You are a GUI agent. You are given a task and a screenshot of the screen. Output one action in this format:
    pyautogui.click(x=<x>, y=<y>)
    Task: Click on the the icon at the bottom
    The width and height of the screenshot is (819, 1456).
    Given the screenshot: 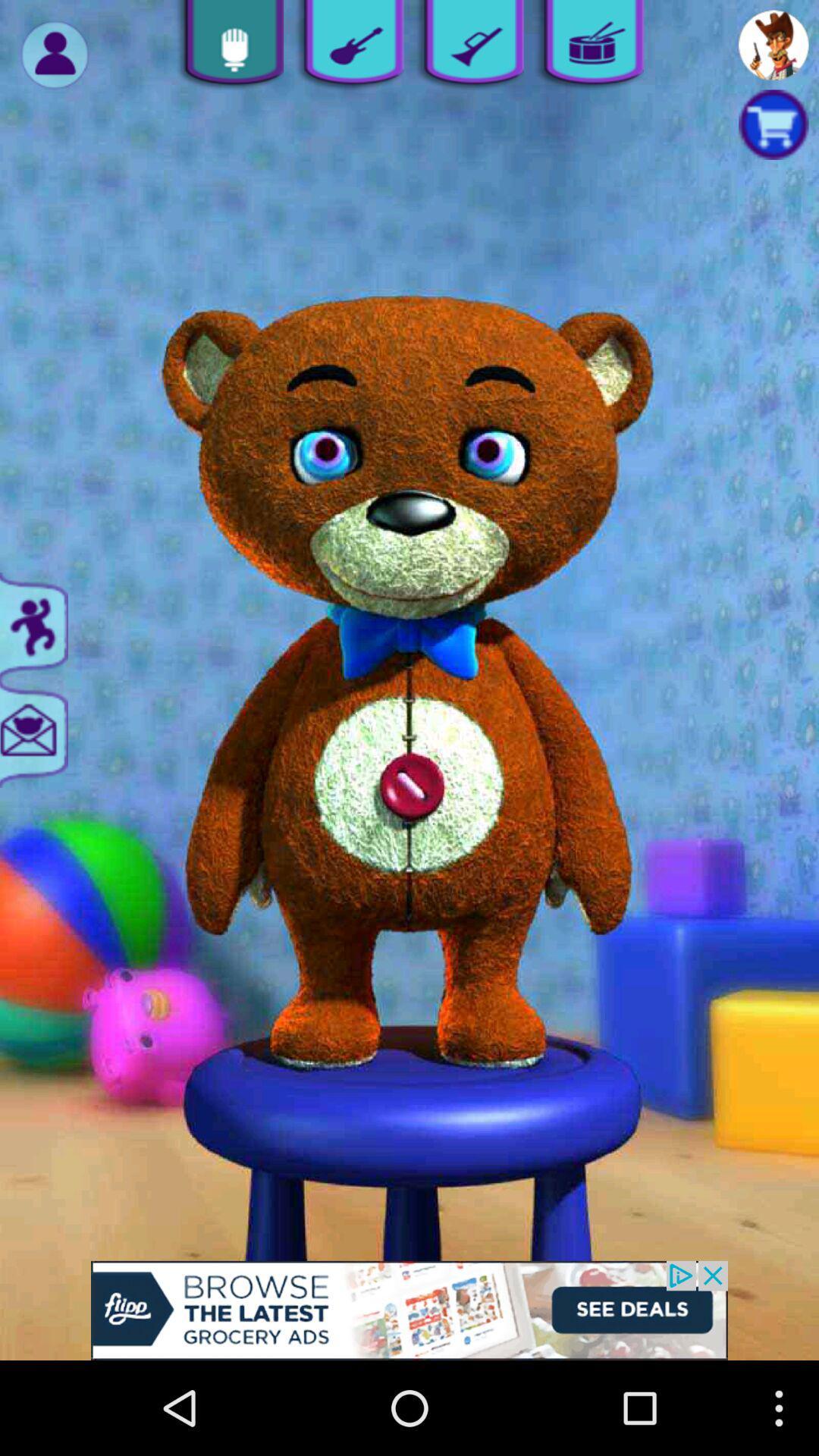 What is the action you would take?
    pyautogui.click(x=409, y=1310)
    